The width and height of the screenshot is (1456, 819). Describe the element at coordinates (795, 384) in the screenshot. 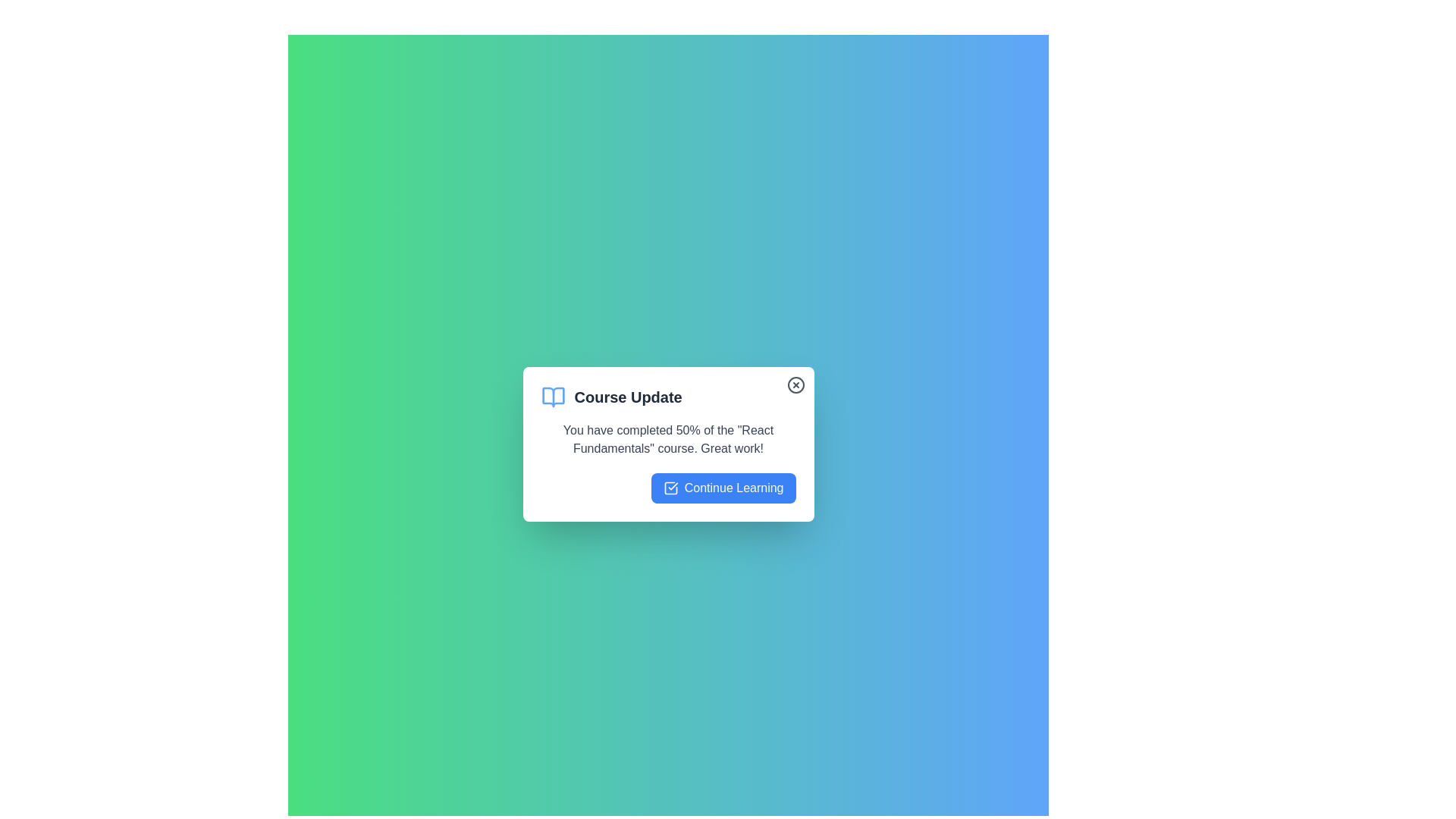

I see `the small circular close button located at the top-right corner of the notification card to change its color from gray to red` at that location.